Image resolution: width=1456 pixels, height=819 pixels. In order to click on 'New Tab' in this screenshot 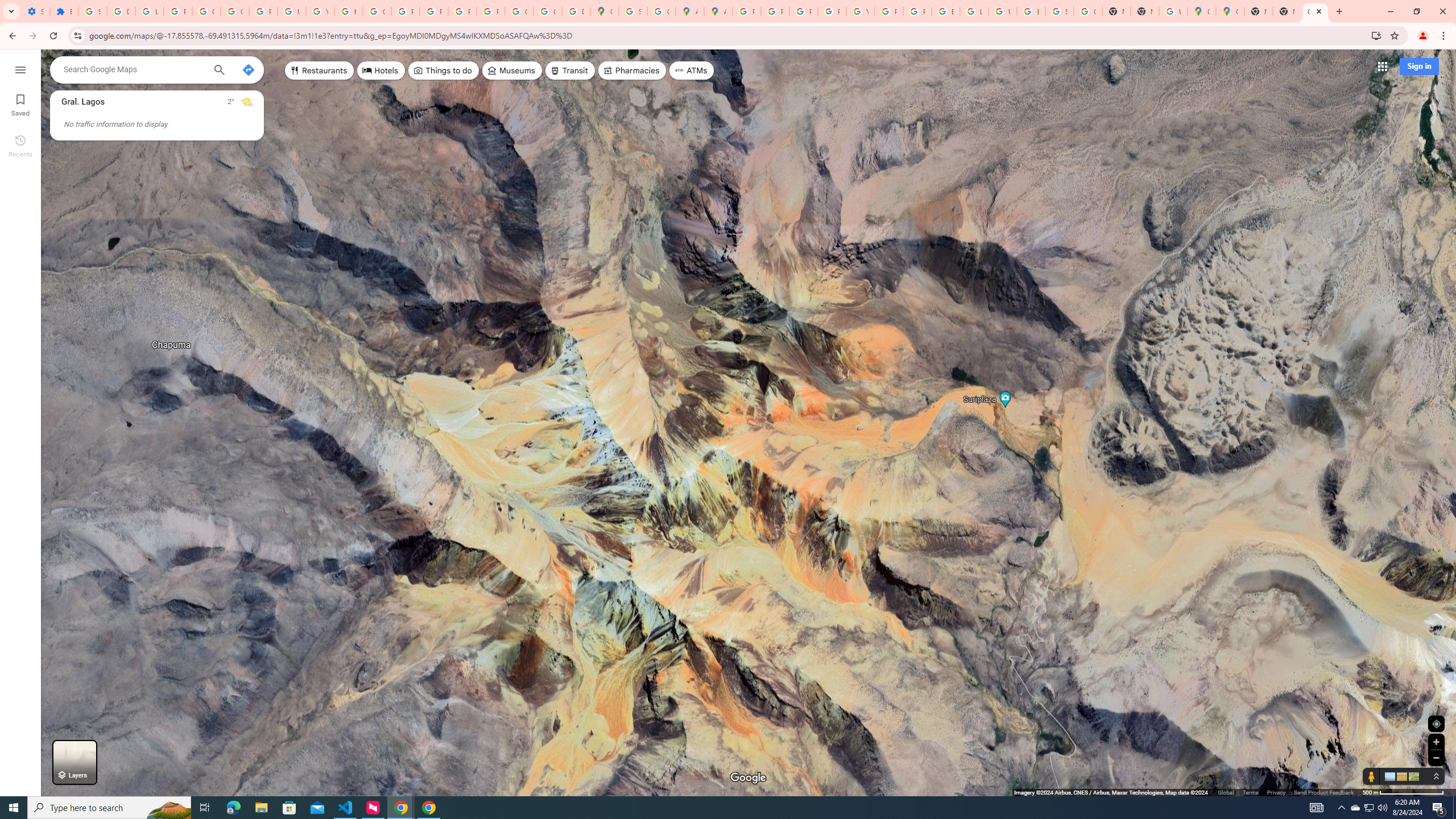, I will do `click(1287, 11)`.